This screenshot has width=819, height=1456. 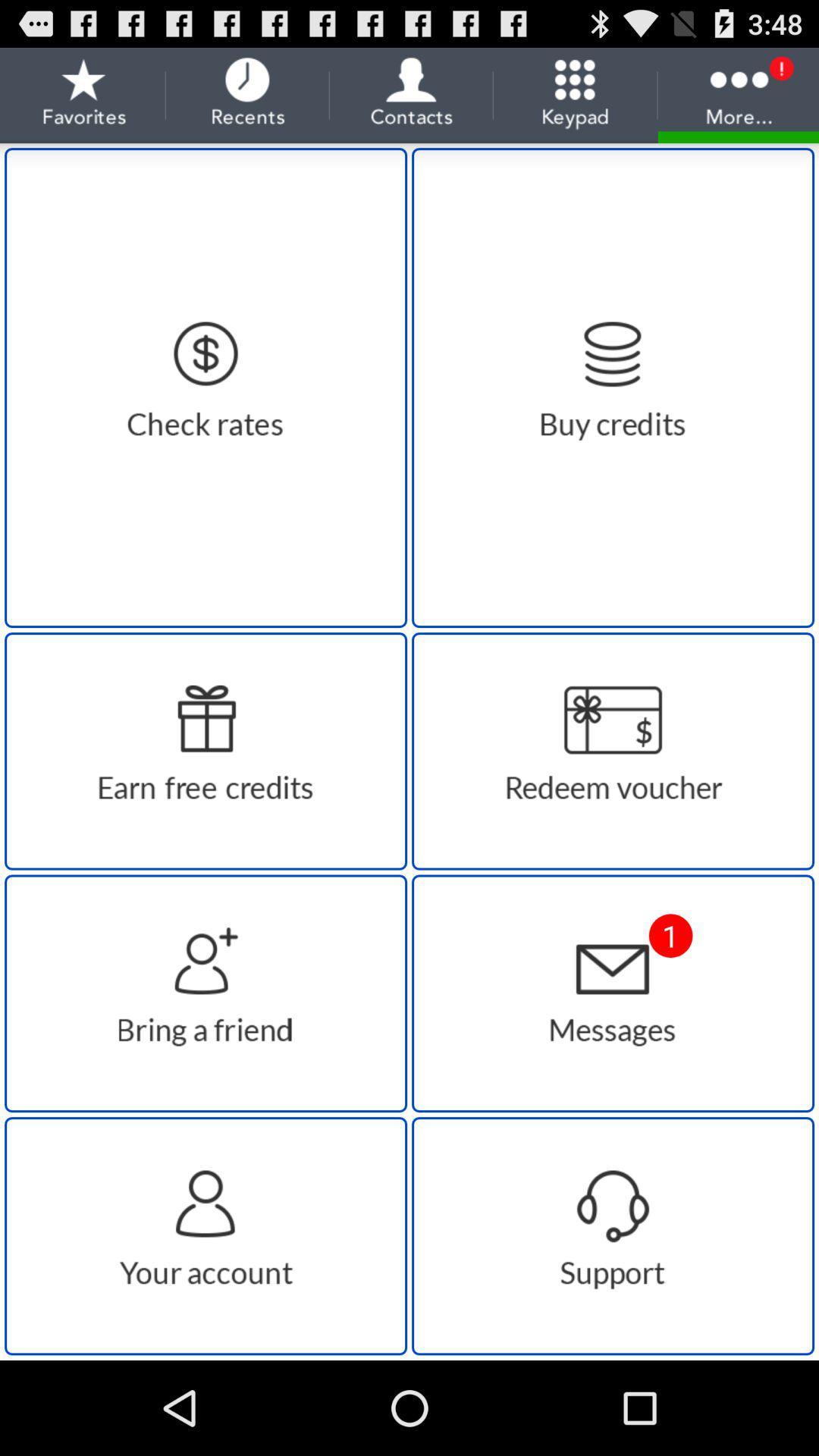 I want to click on account settings, so click(x=206, y=1236).